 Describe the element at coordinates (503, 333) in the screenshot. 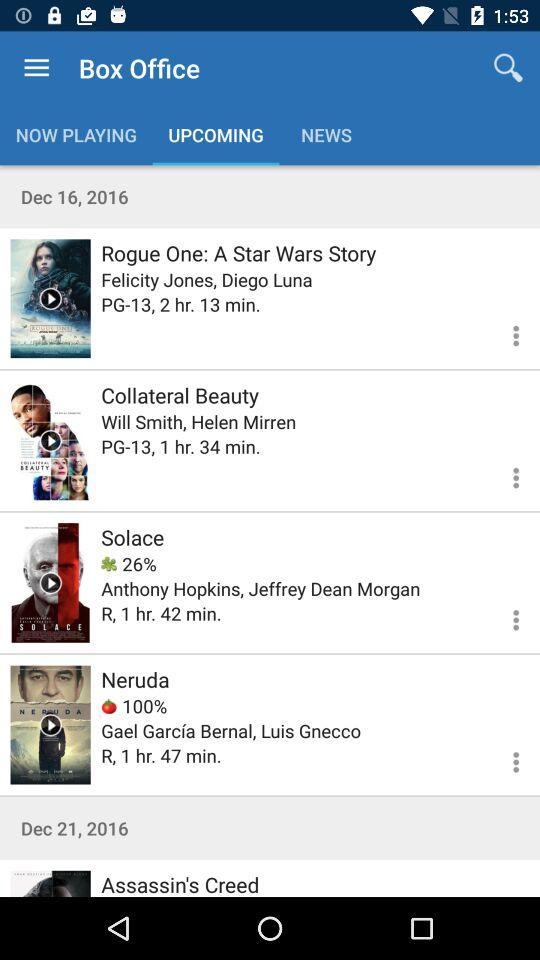

I see `more options` at that location.